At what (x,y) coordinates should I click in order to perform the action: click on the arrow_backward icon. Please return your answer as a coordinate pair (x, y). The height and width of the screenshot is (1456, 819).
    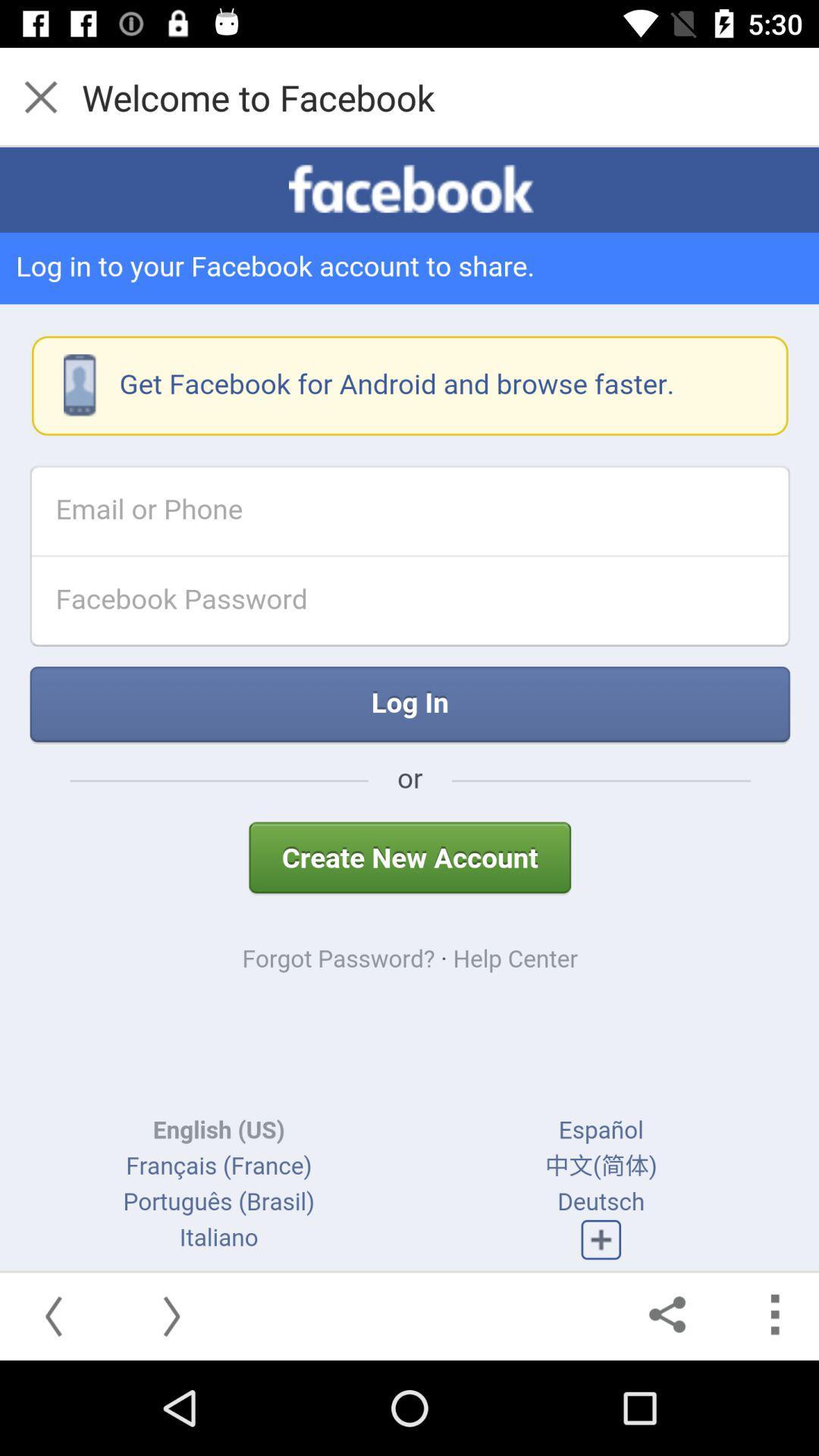
    Looking at the image, I should click on (55, 1314).